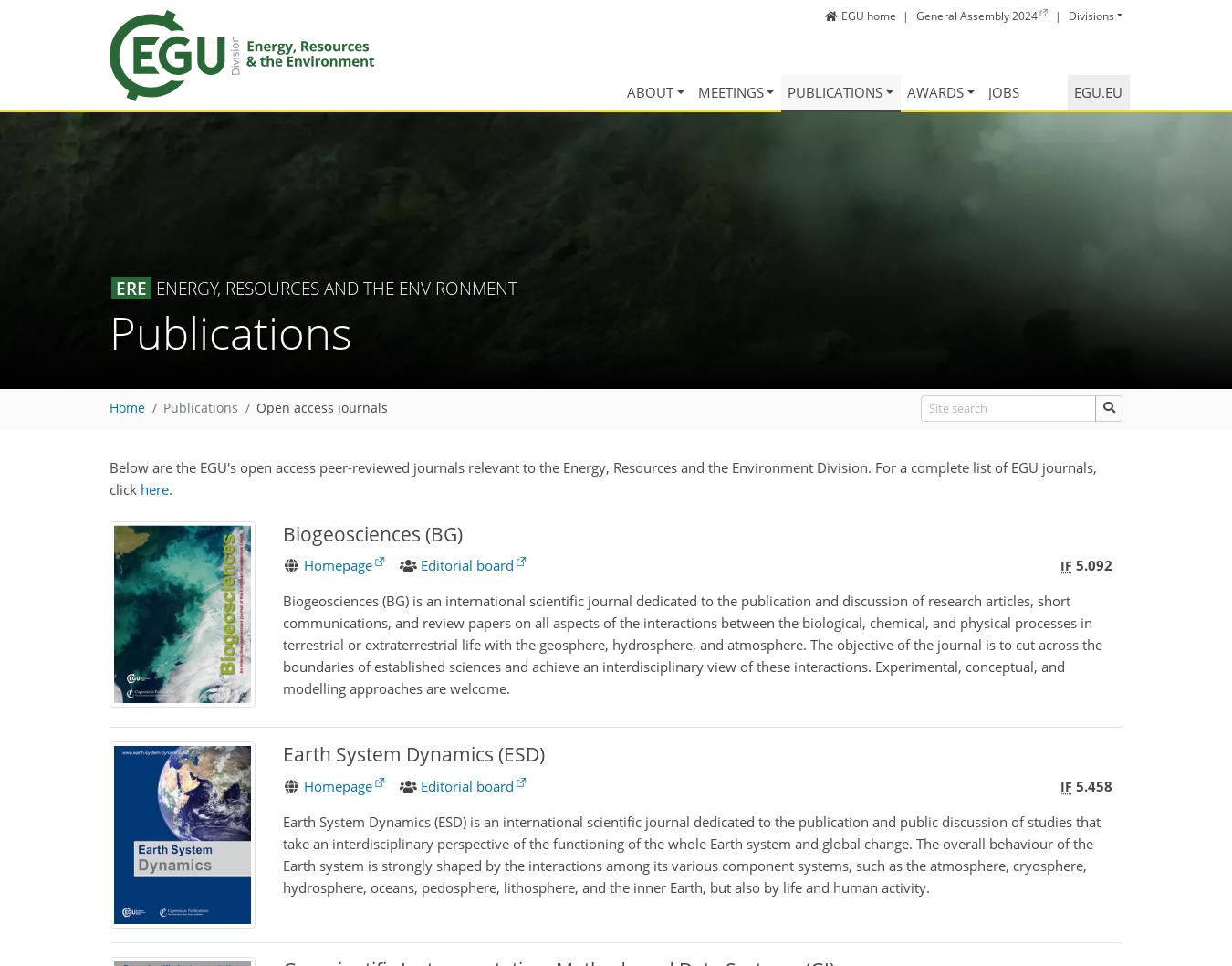 The height and width of the screenshot is (966, 1232). What do you see at coordinates (987, 91) in the screenshot?
I see `'Jobs'` at bounding box center [987, 91].